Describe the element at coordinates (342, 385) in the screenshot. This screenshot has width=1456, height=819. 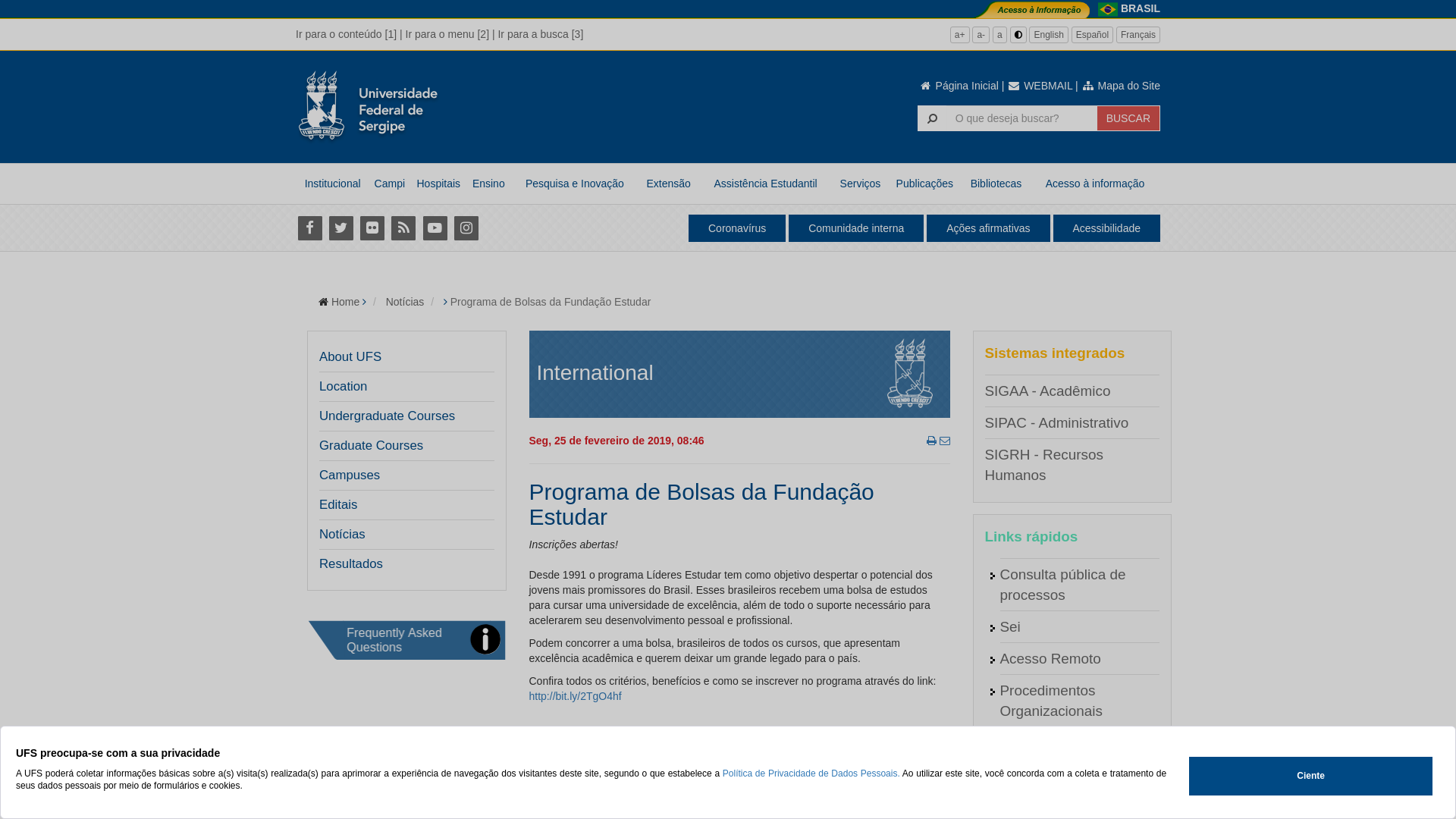
I see `'Location'` at that location.